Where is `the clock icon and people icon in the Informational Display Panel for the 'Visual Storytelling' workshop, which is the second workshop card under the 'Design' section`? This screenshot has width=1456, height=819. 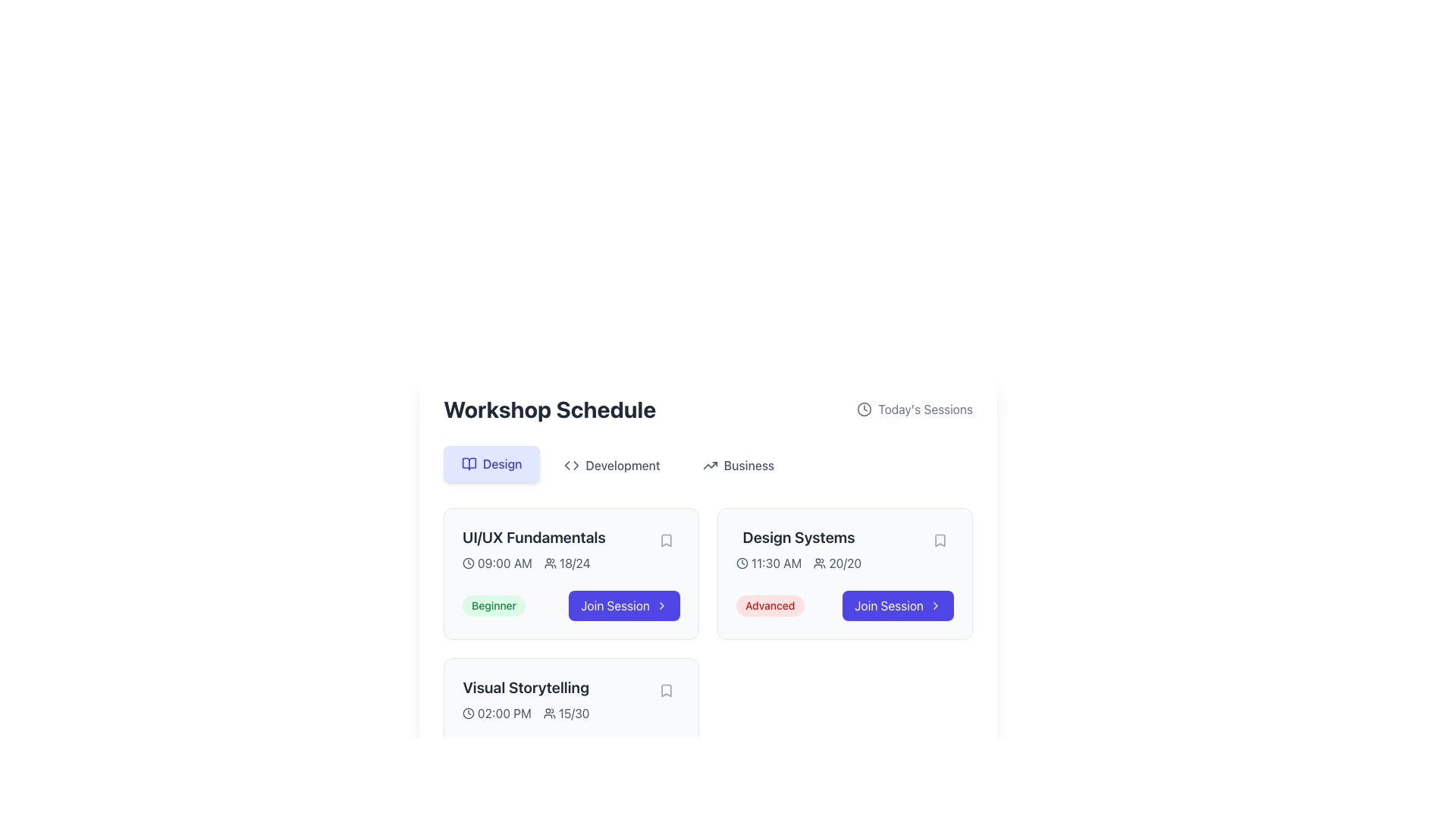 the clock icon and people icon in the Informational Display Panel for the 'Visual Storytelling' workshop, which is the second workshop card under the 'Design' section is located at coordinates (570, 699).